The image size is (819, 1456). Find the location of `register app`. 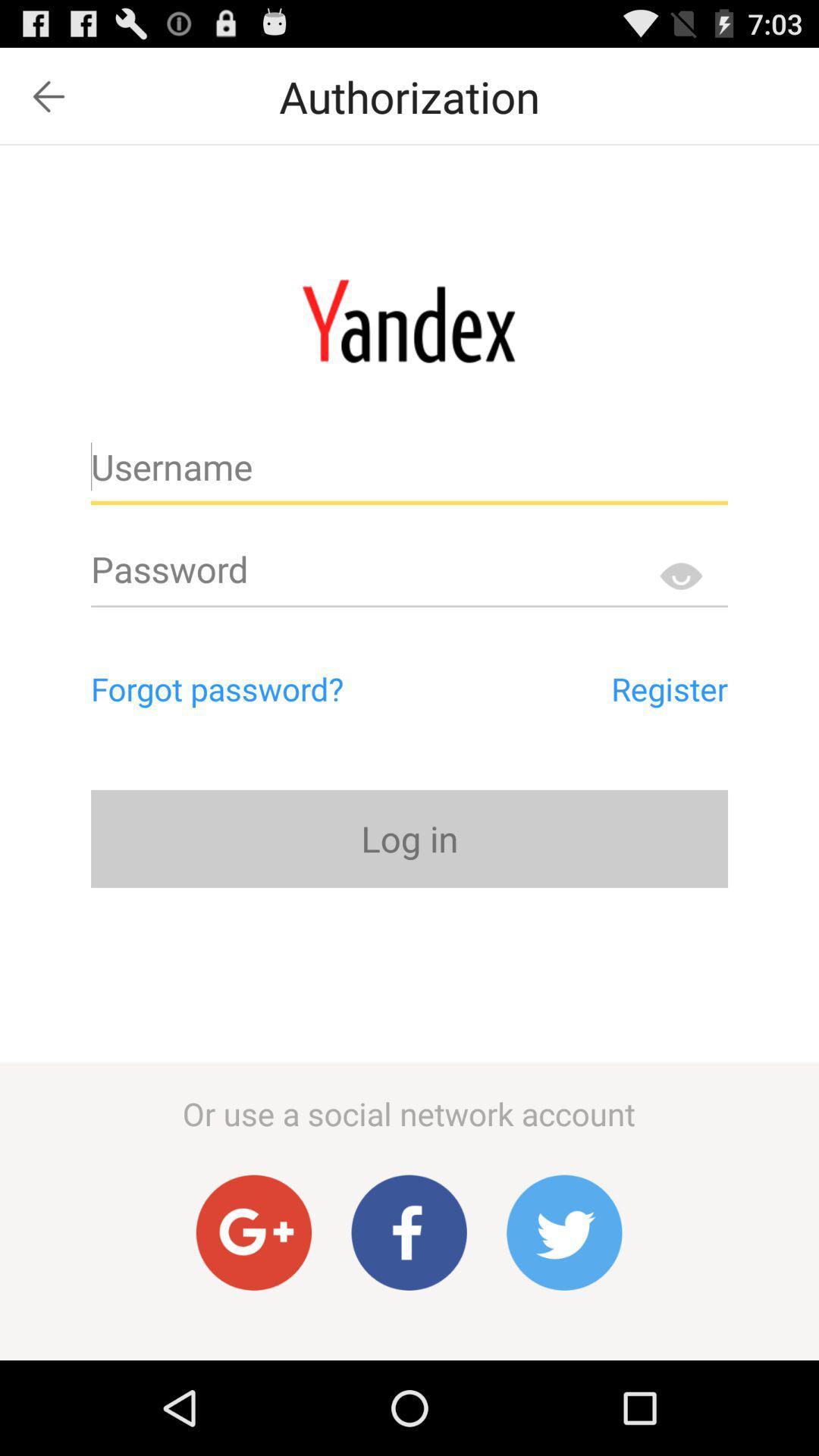

register app is located at coordinates (599, 688).